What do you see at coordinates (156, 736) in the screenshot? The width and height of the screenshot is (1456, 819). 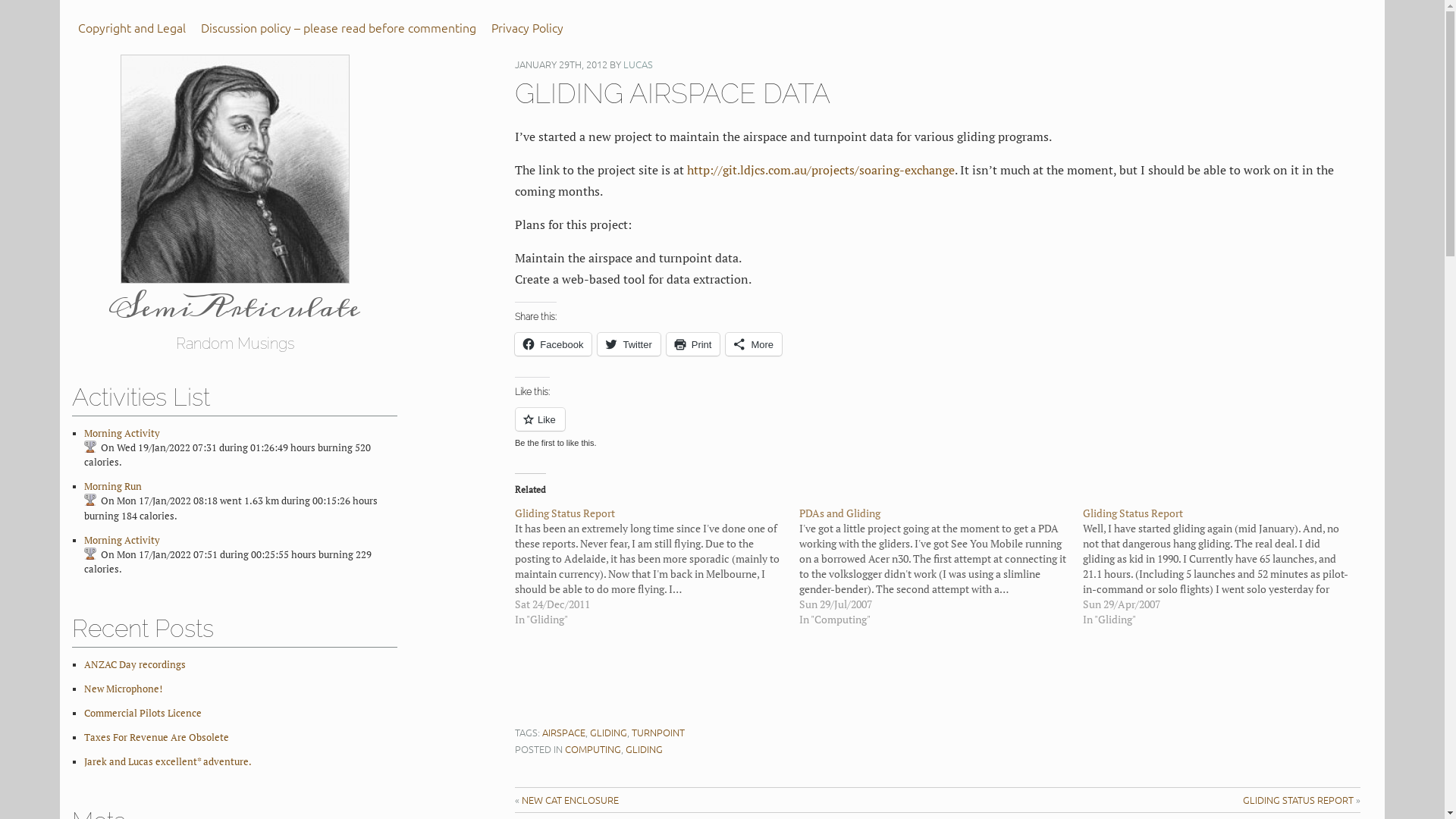 I see `'Taxes For Revenue Are Obsolete'` at bounding box center [156, 736].